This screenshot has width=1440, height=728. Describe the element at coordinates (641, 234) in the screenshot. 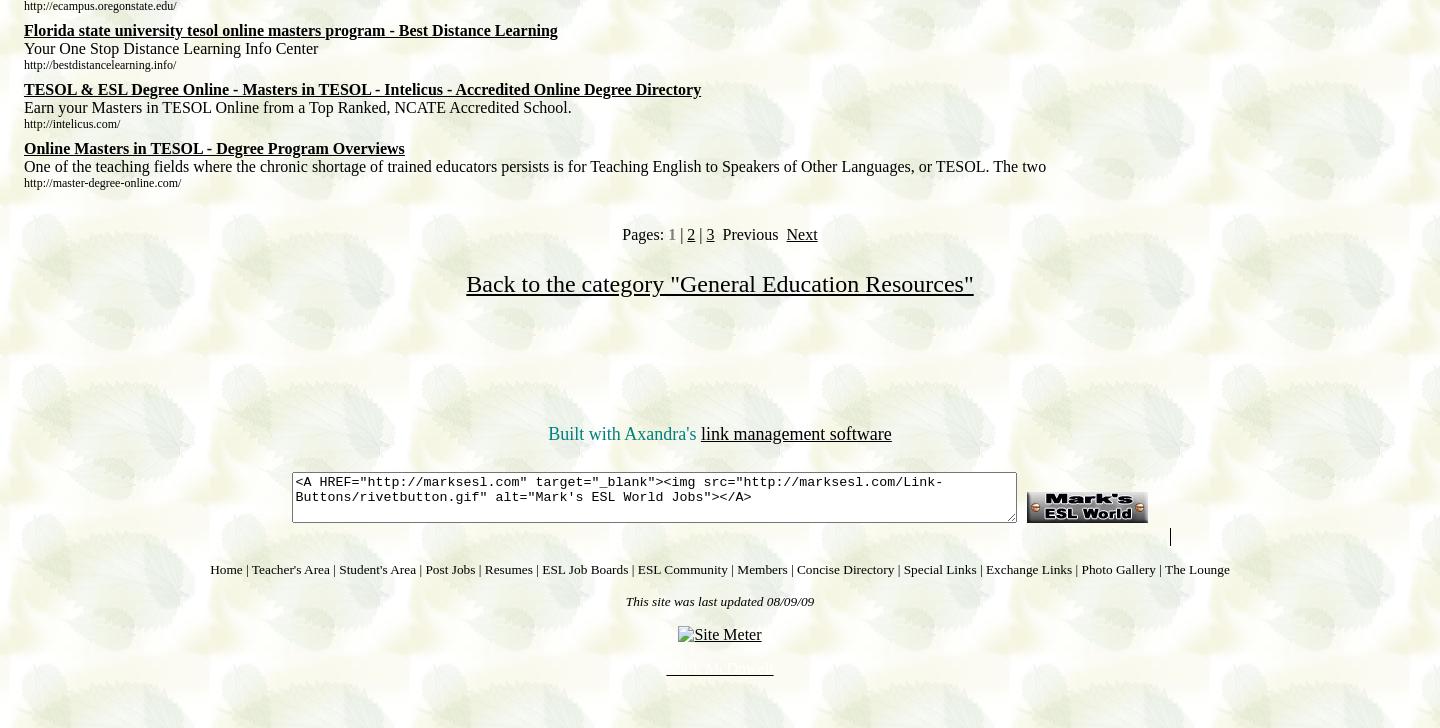

I see `'Pages:'` at that location.